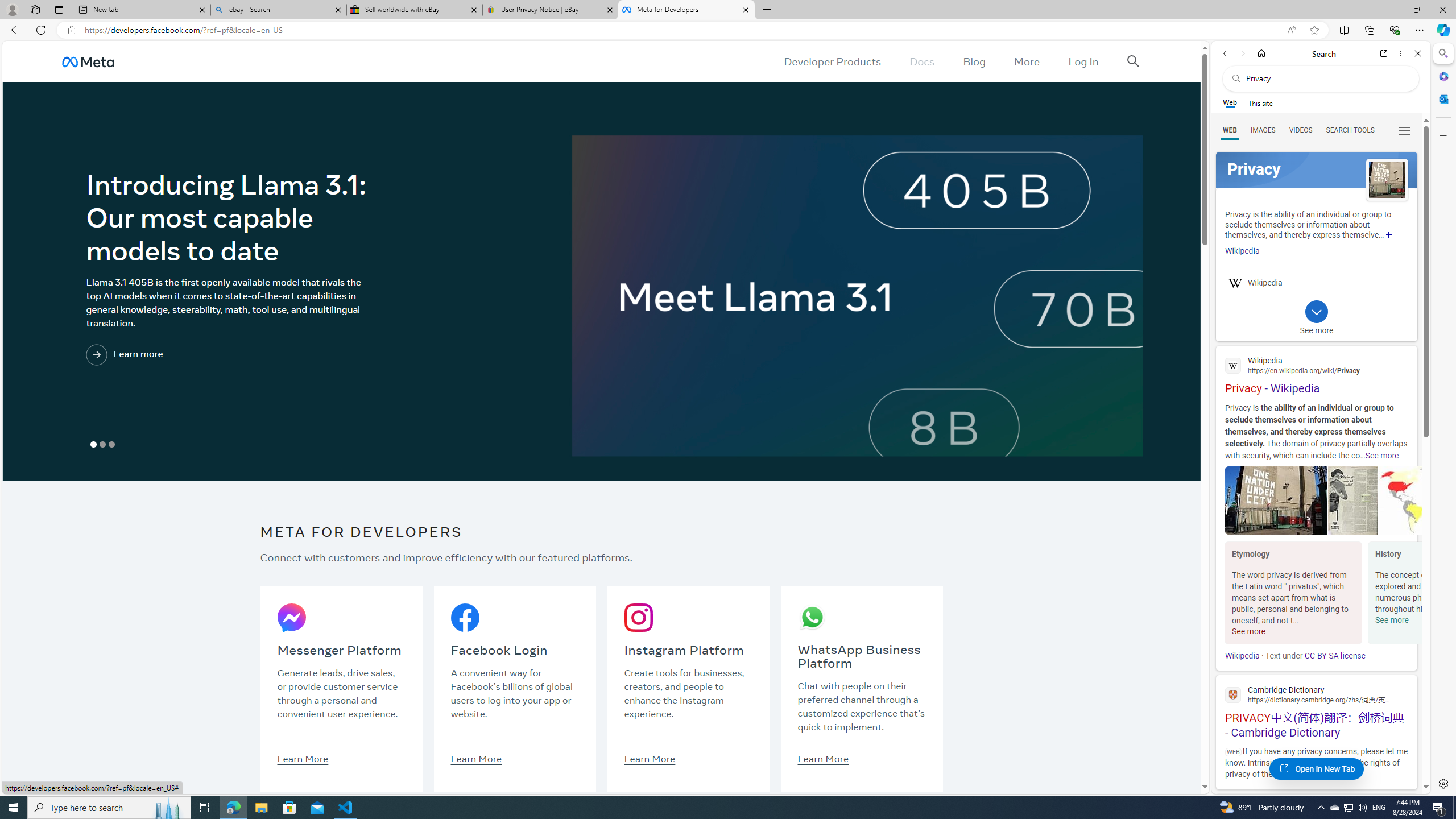 The image size is (1456, 819). I want to click on 'Show more', so click(1388, 235).